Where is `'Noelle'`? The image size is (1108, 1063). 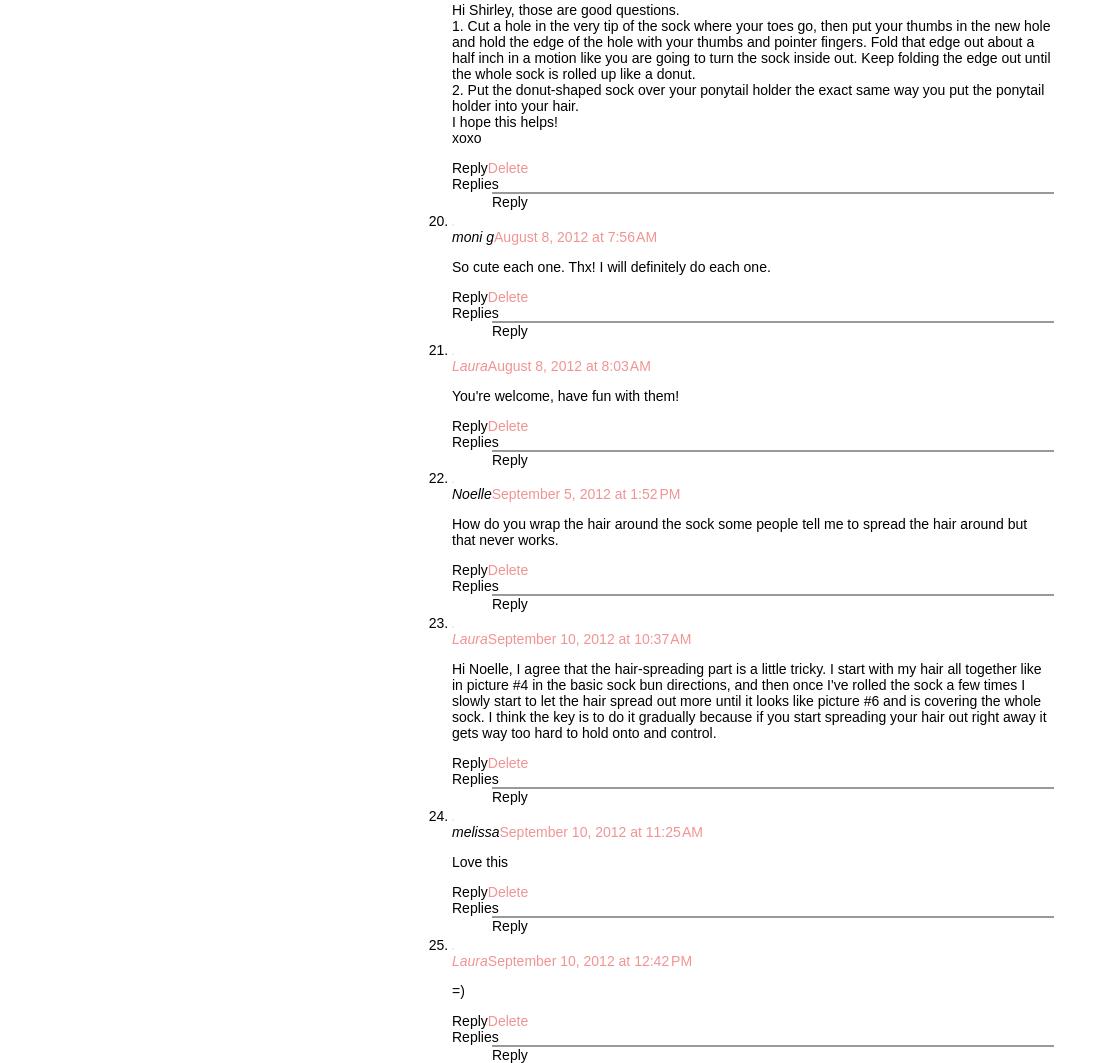 'Noelle' is located at coordinates (450, 493).